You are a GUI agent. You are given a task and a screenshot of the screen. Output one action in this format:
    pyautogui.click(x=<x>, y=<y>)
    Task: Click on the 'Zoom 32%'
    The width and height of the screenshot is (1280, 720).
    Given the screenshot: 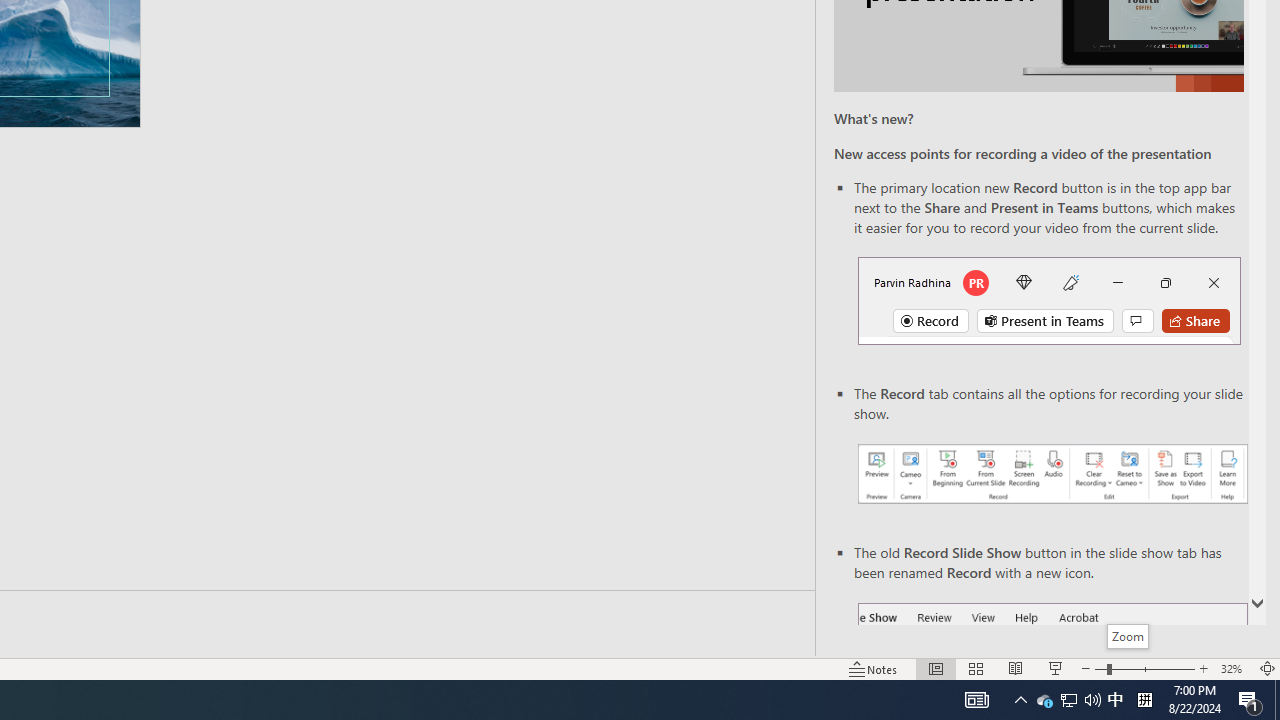 What is the action you would take?
    pyautogui.click(x=1233, y=669)
    